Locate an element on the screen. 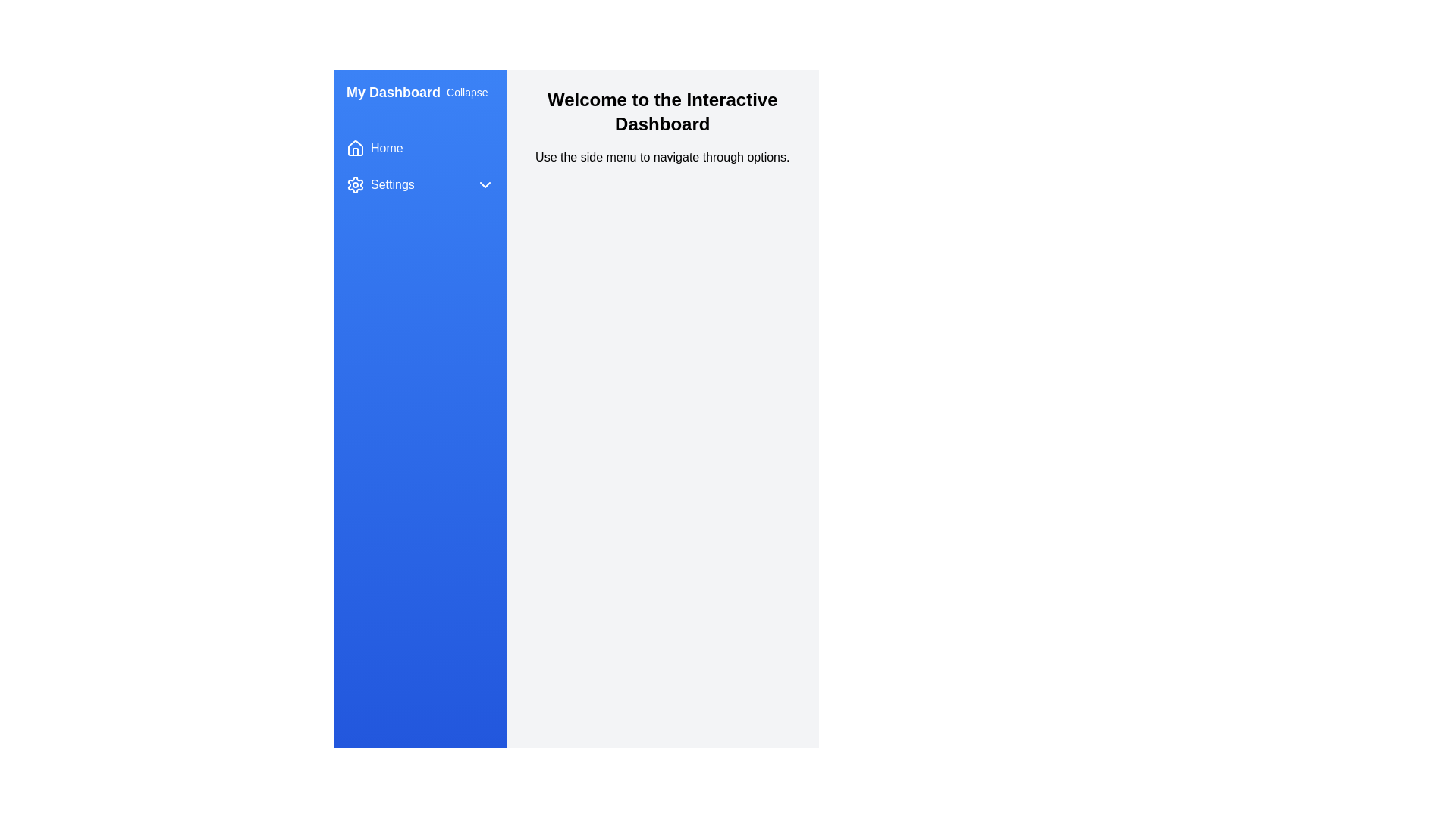  the settings navigation button located below the 'Home' button is located at coordinates (419, 184).